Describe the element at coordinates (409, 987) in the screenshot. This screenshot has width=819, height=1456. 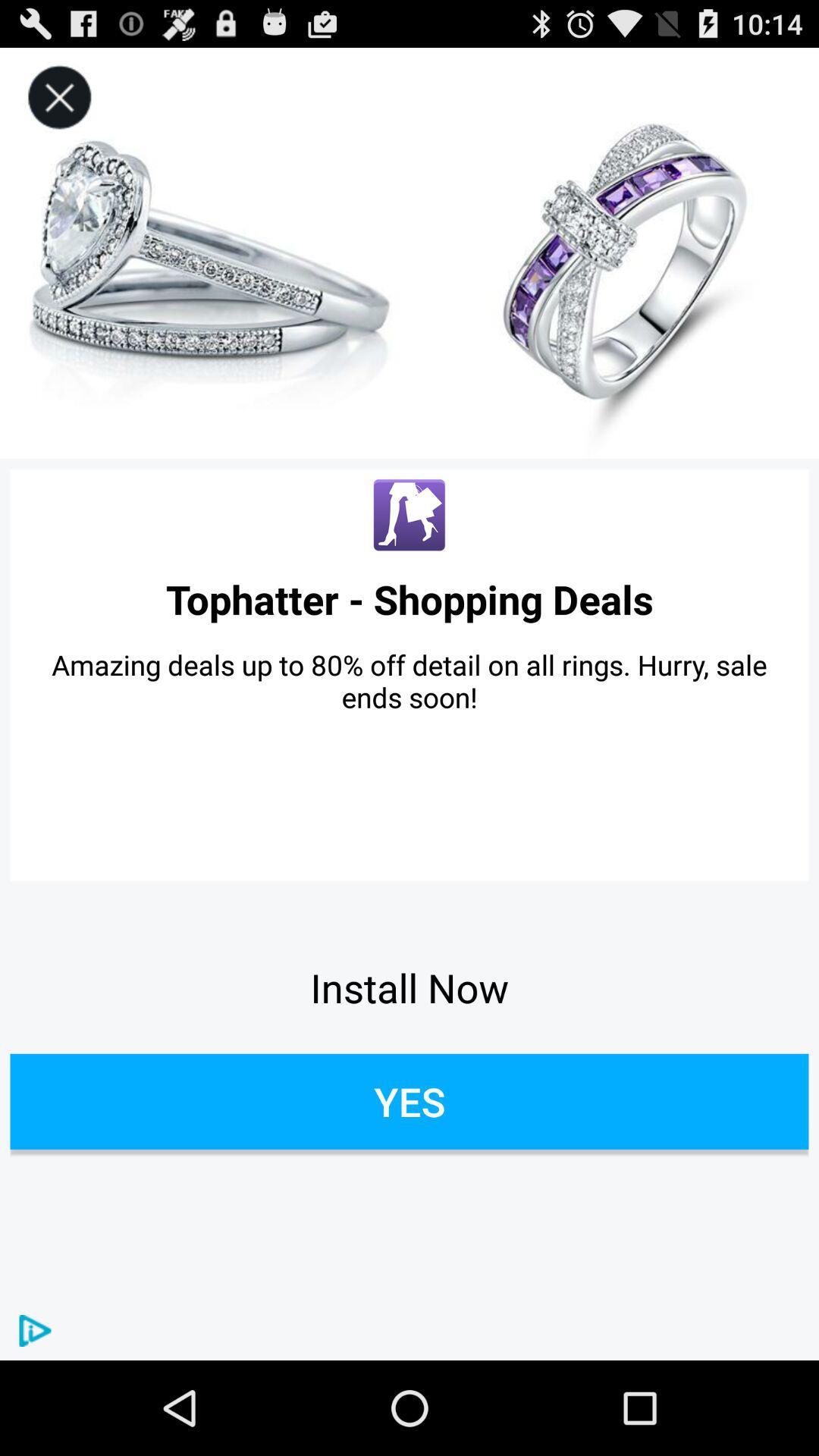
I see `item above yes icon` at that location.